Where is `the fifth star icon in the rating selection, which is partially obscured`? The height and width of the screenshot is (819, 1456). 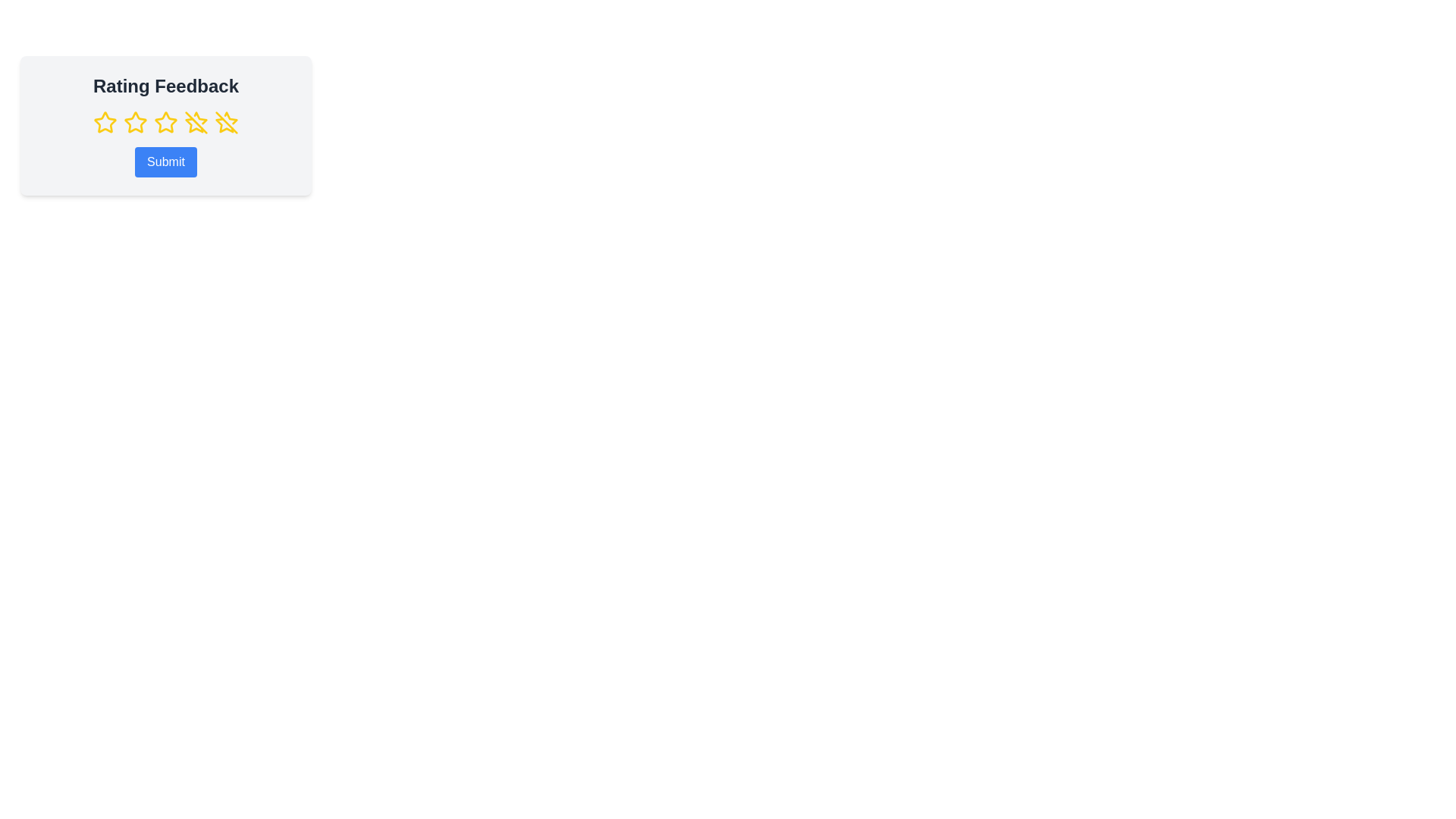 the fifth star icon in the rating selection, which is partially obscured is located at coordinates (225, 122).